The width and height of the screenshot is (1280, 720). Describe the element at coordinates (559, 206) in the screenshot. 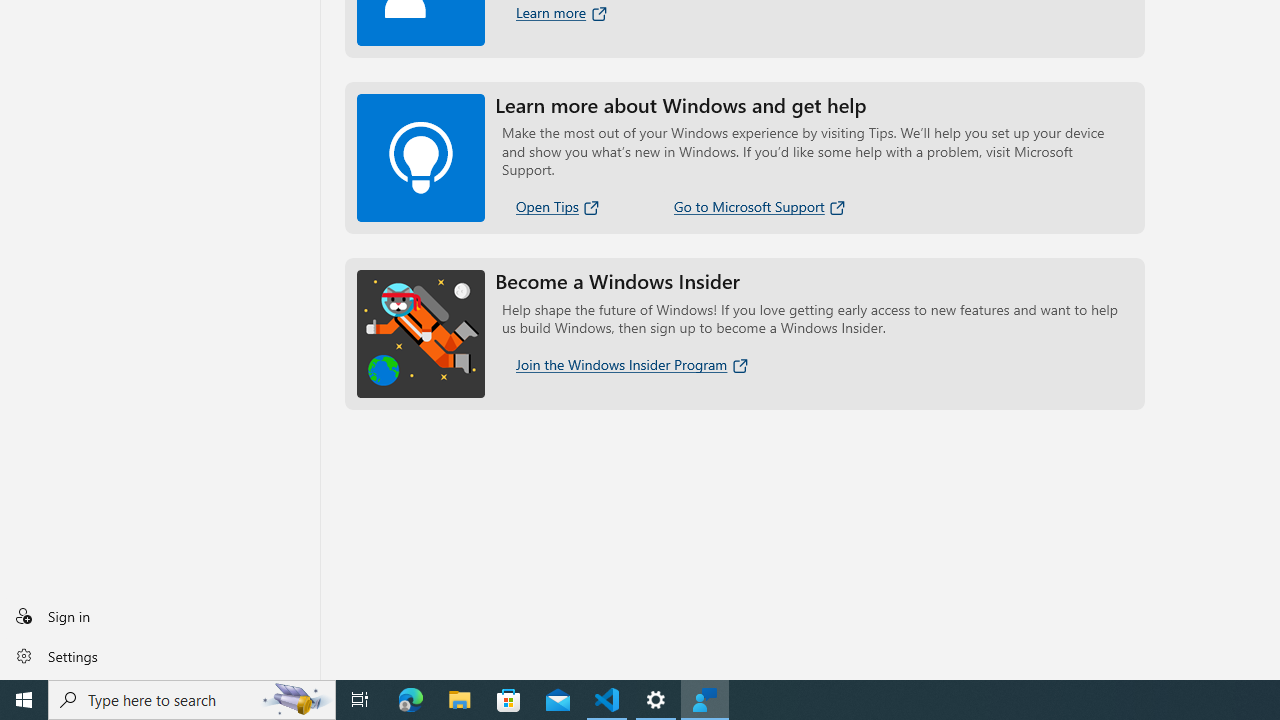

I see `'Open Tips'` at that location.